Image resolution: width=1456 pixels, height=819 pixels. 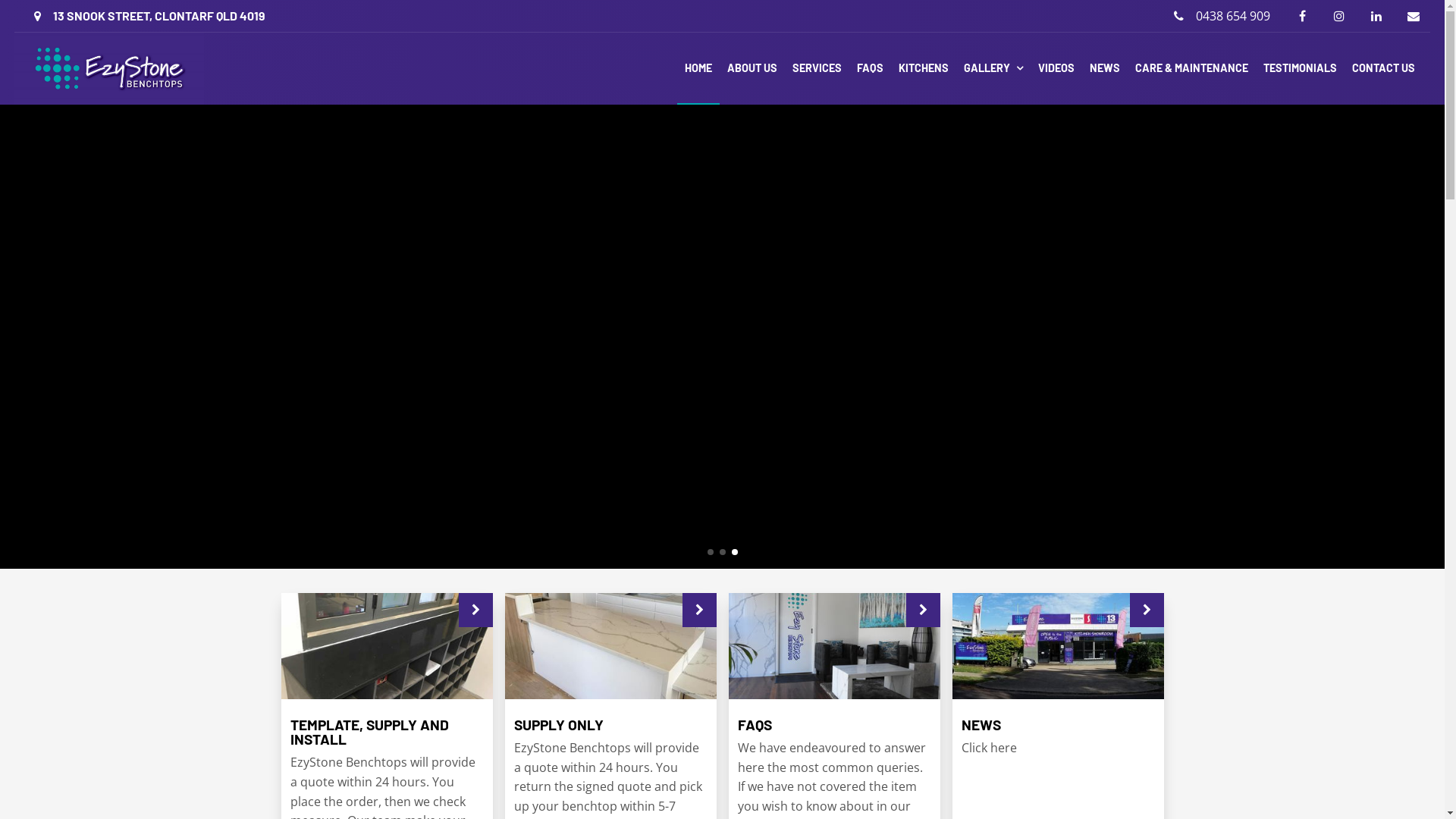 I want to click on 'VIDEOS', so click(x=1030, y=68).